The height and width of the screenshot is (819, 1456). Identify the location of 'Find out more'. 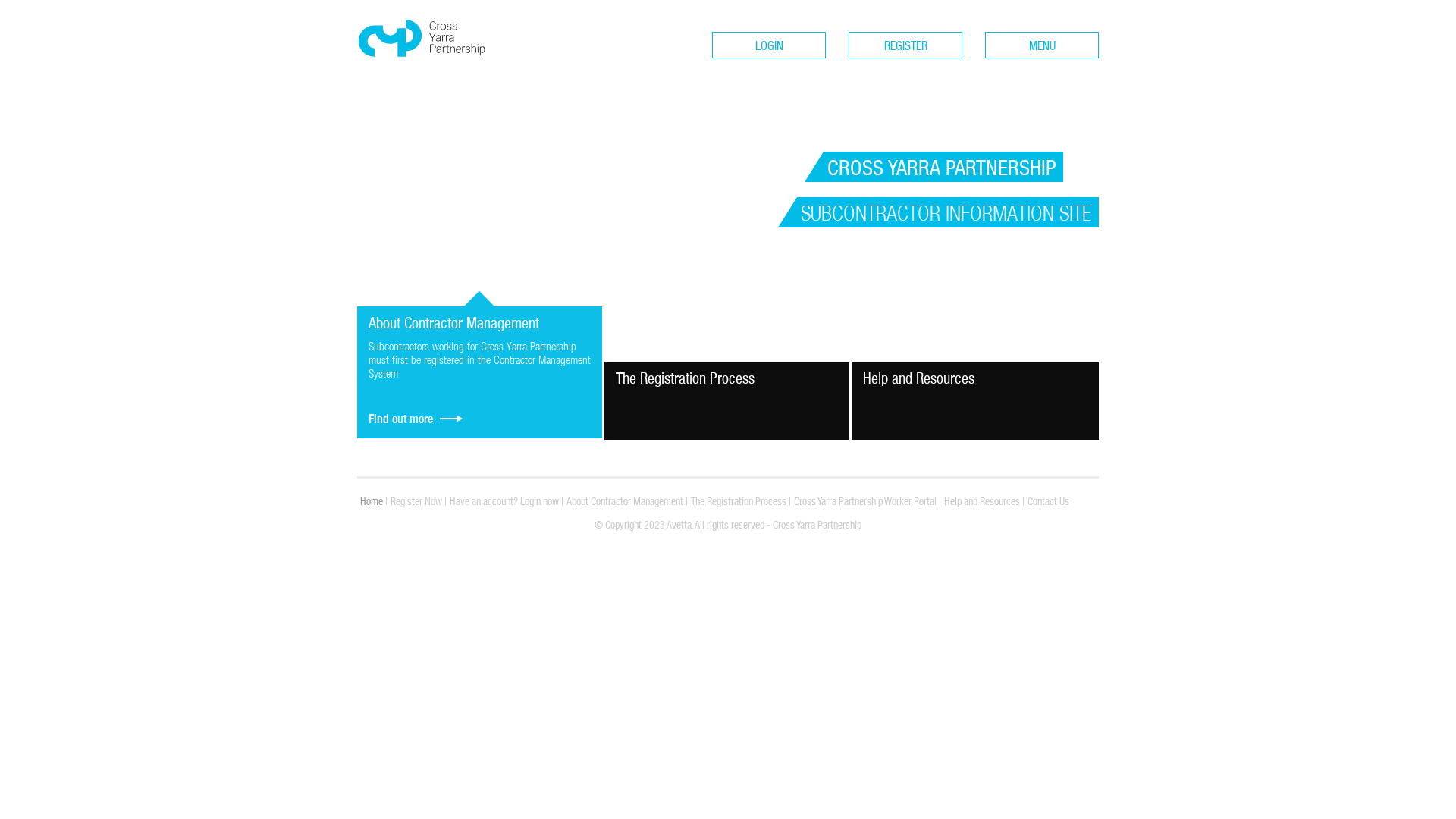
(417, 414).